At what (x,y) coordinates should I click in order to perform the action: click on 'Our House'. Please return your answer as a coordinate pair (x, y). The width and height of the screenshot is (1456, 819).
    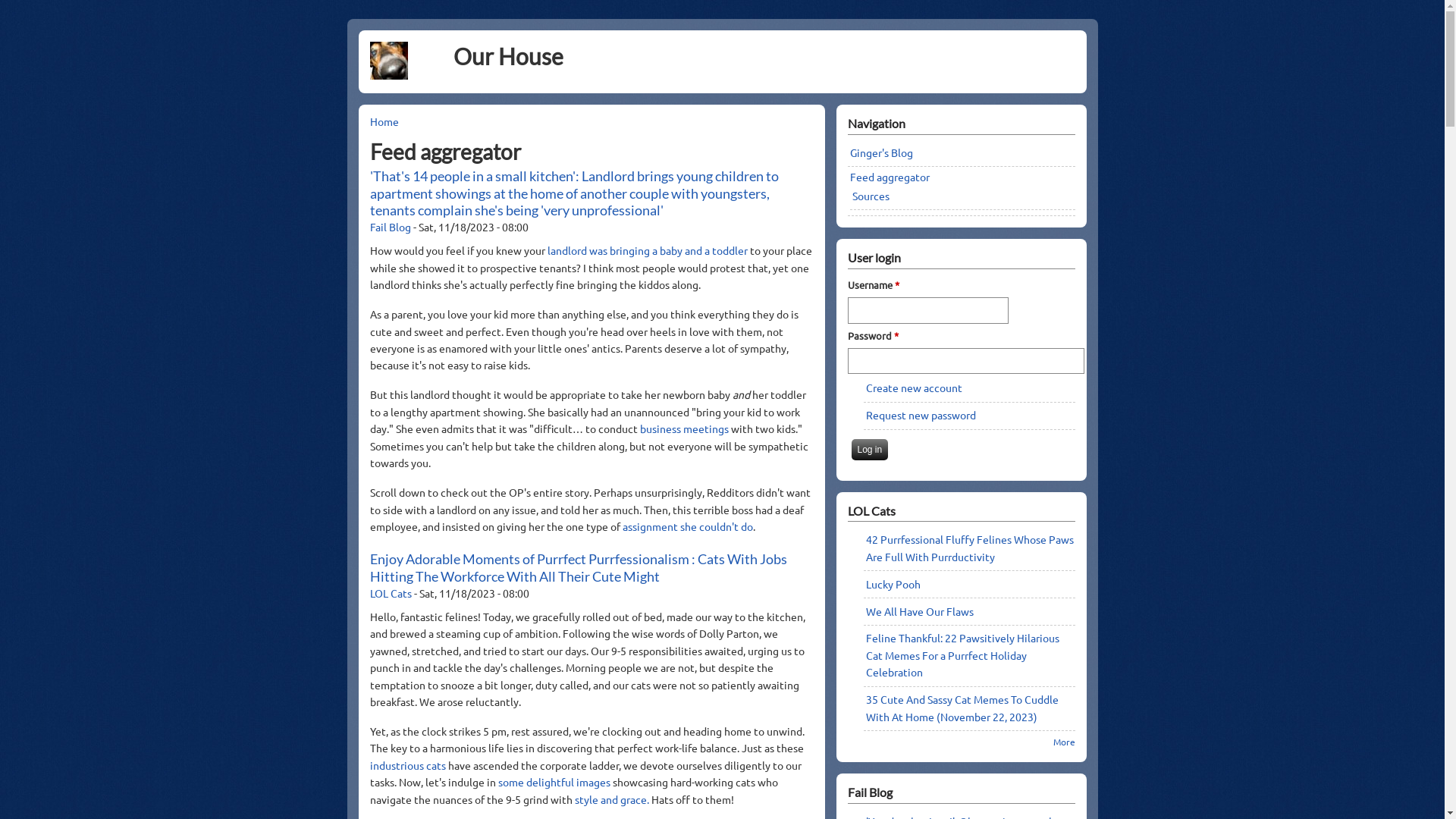
    Looking at the image, I should click on (453, 55).